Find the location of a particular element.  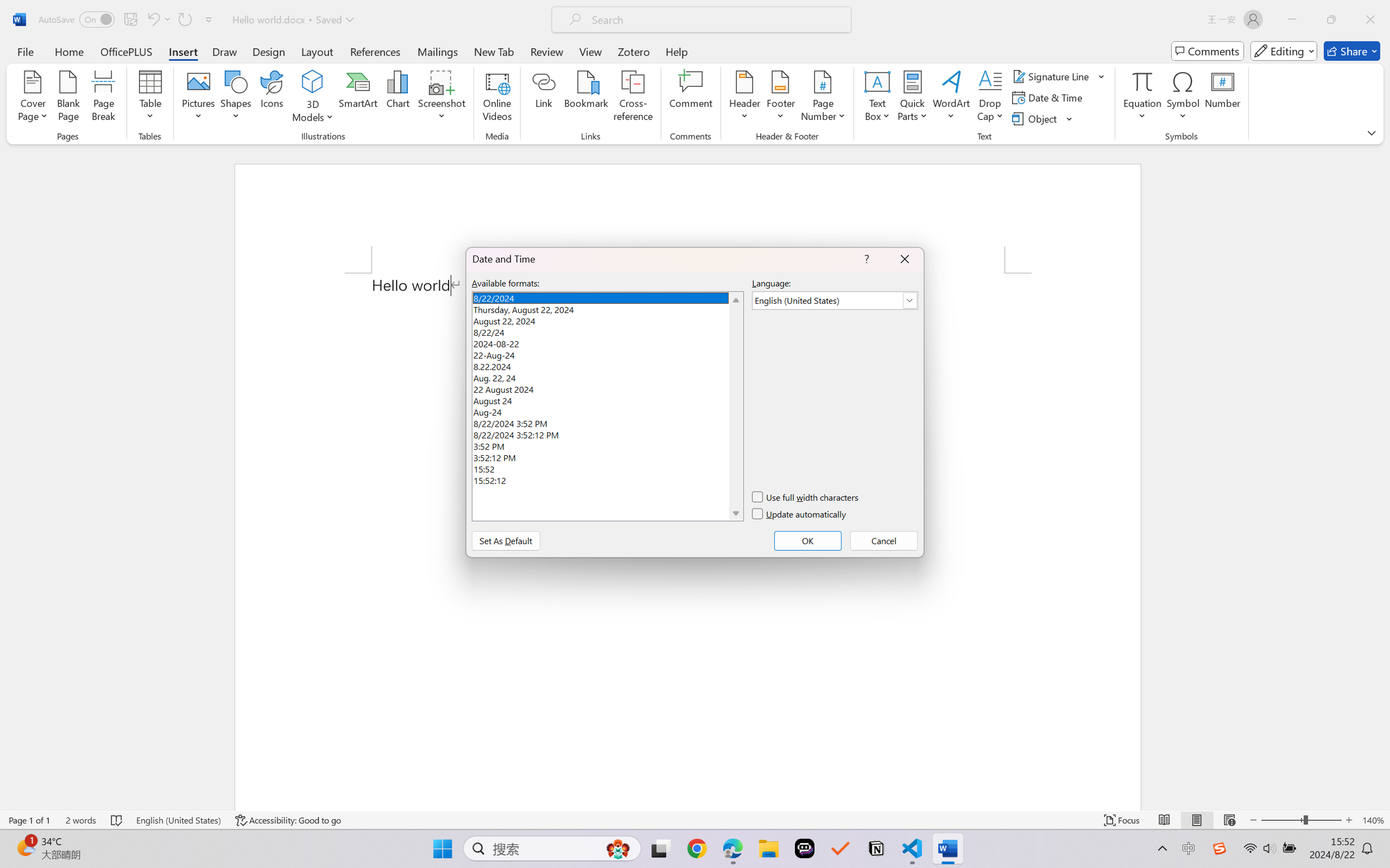

'OK' is located at coordinates (808, 540).